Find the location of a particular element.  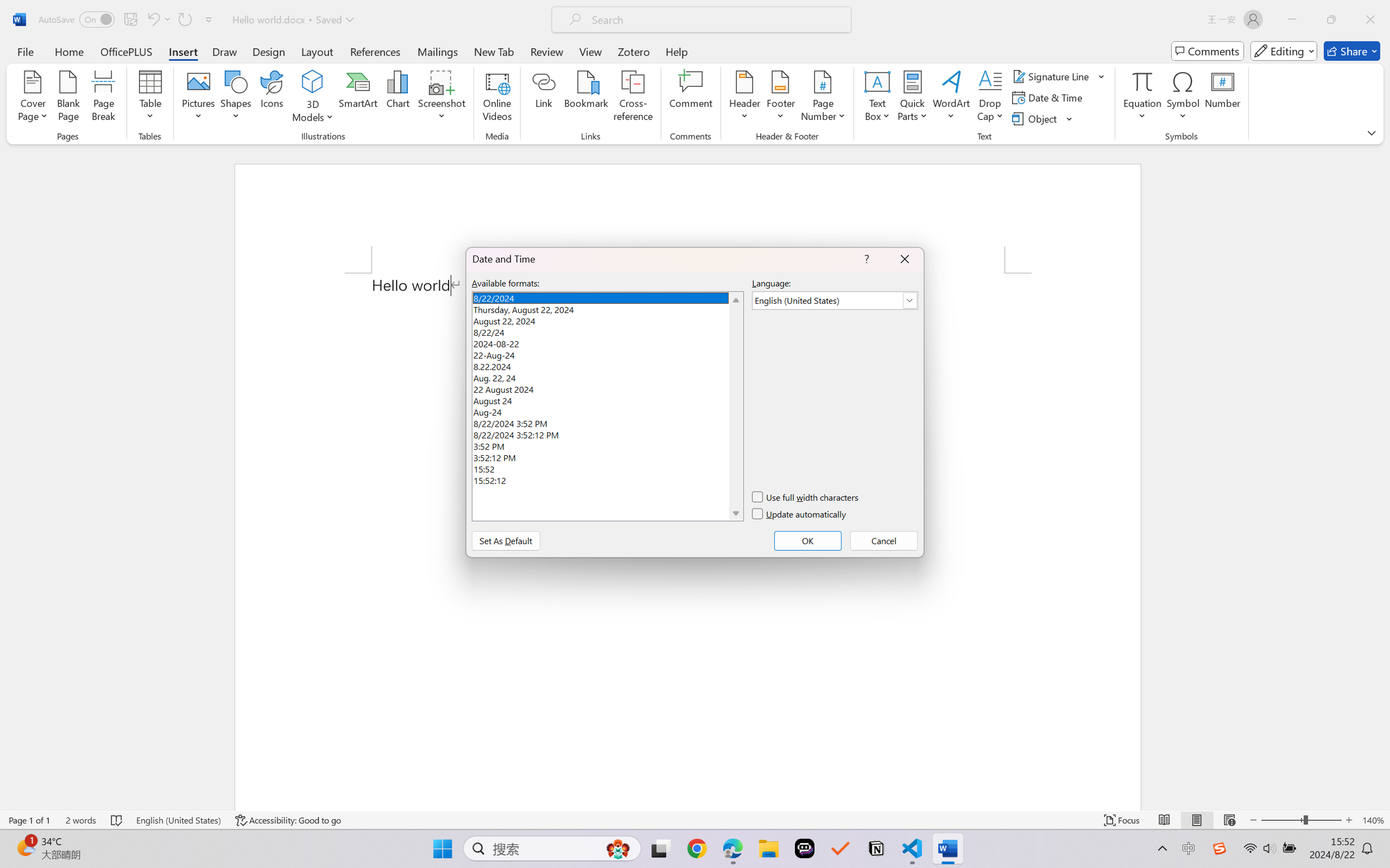

'OK' is located at coordinates (808, 540).